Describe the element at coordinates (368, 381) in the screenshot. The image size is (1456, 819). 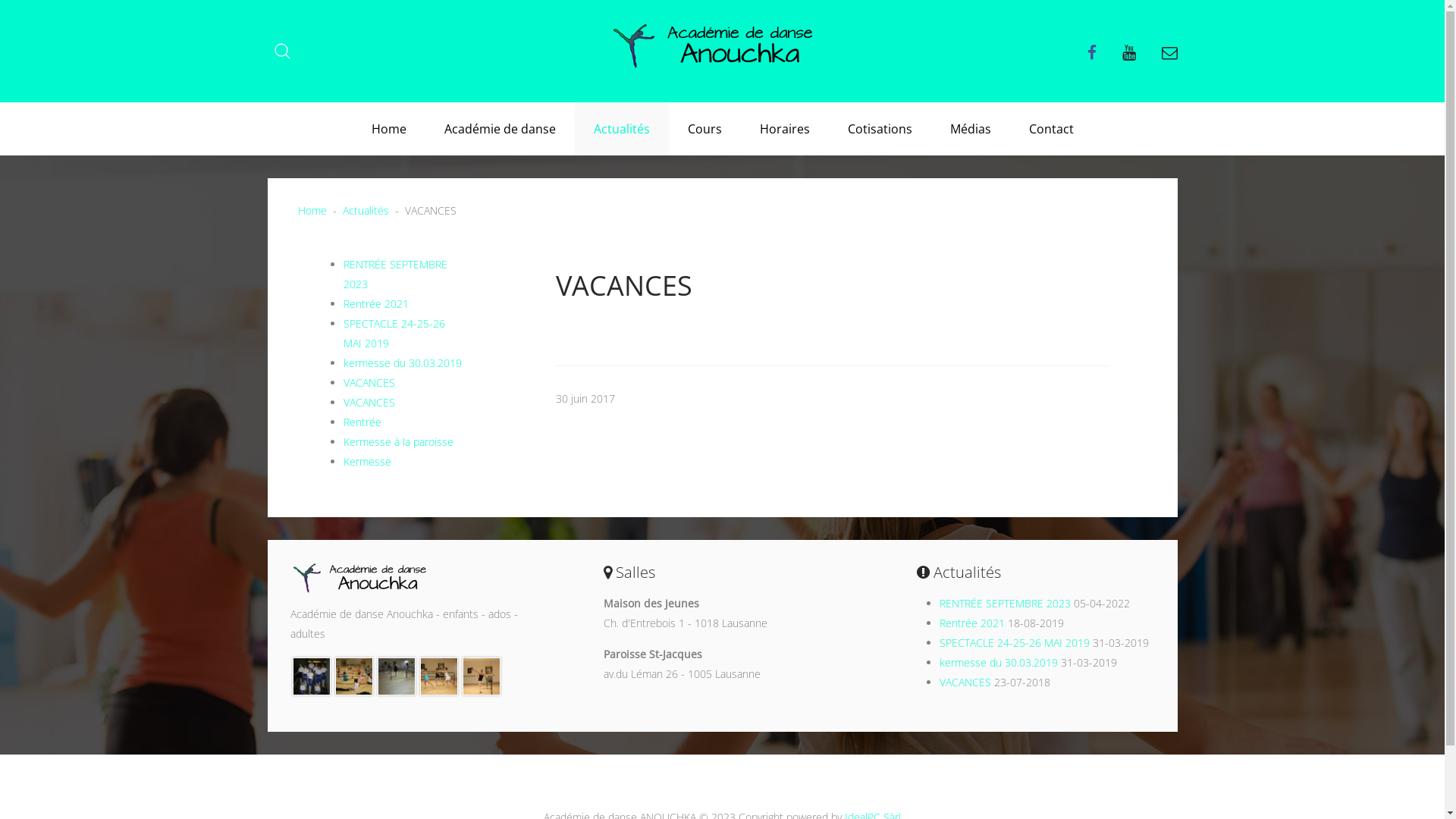
I see `'VACANCES'` at that location.